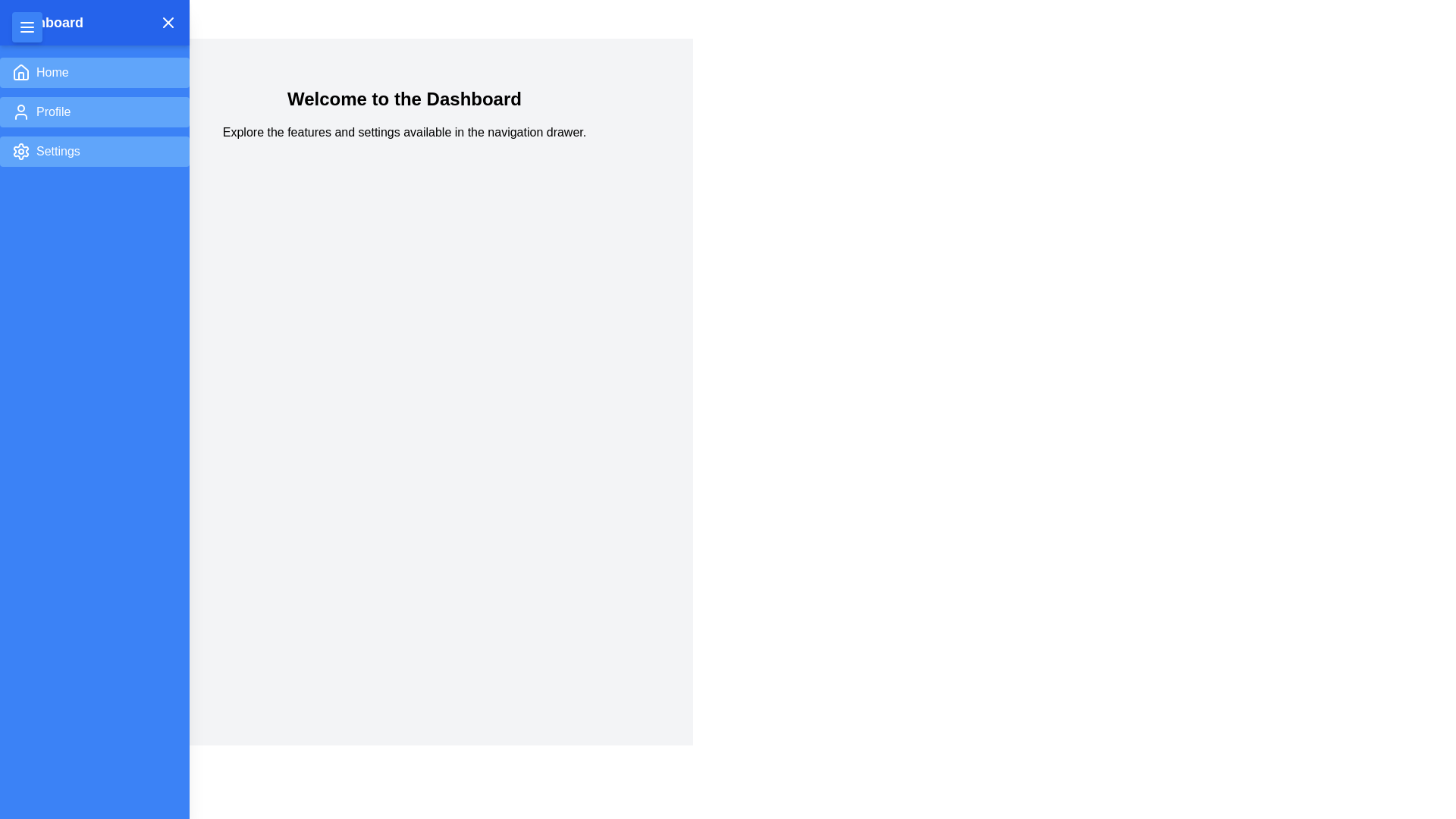 The height and width of the screenshot is (819, 1456). I want to click on the 'Home' menu icon, so click(21, 72).